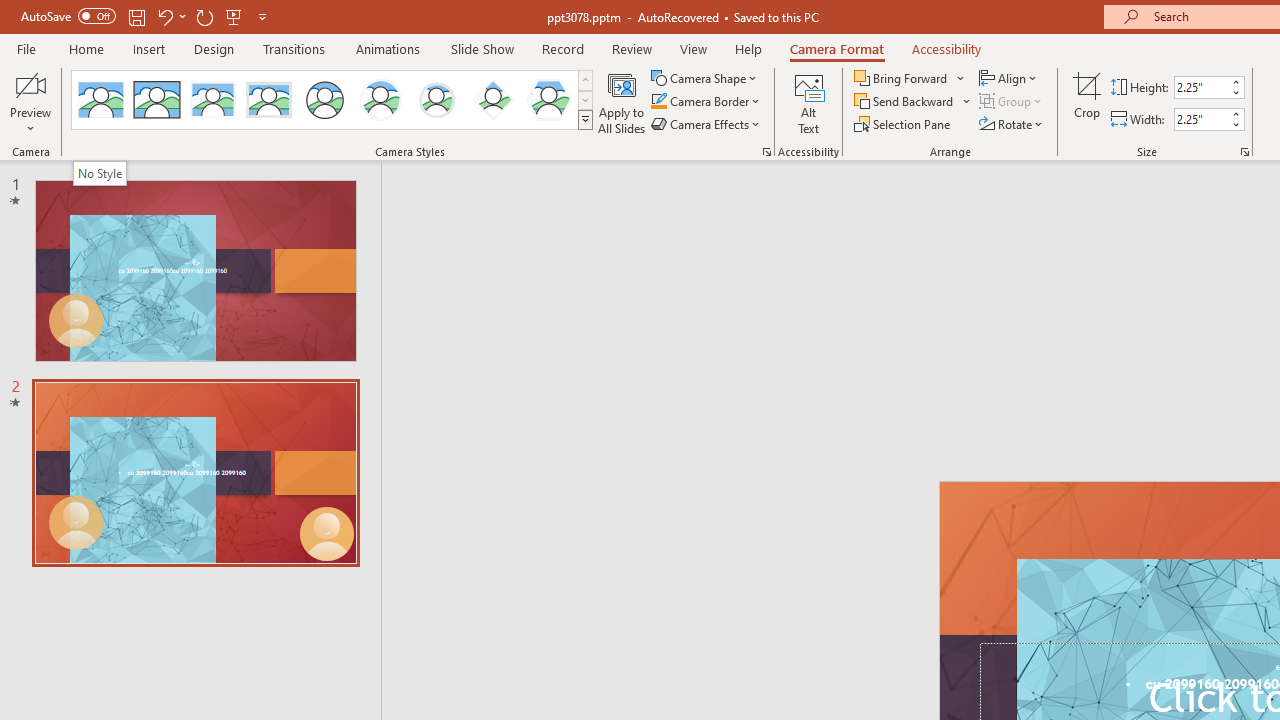  What do you see at coordinates (837, 48) in the screenshot?
I see `'Camera Format'` at bounding box center [837, 48].